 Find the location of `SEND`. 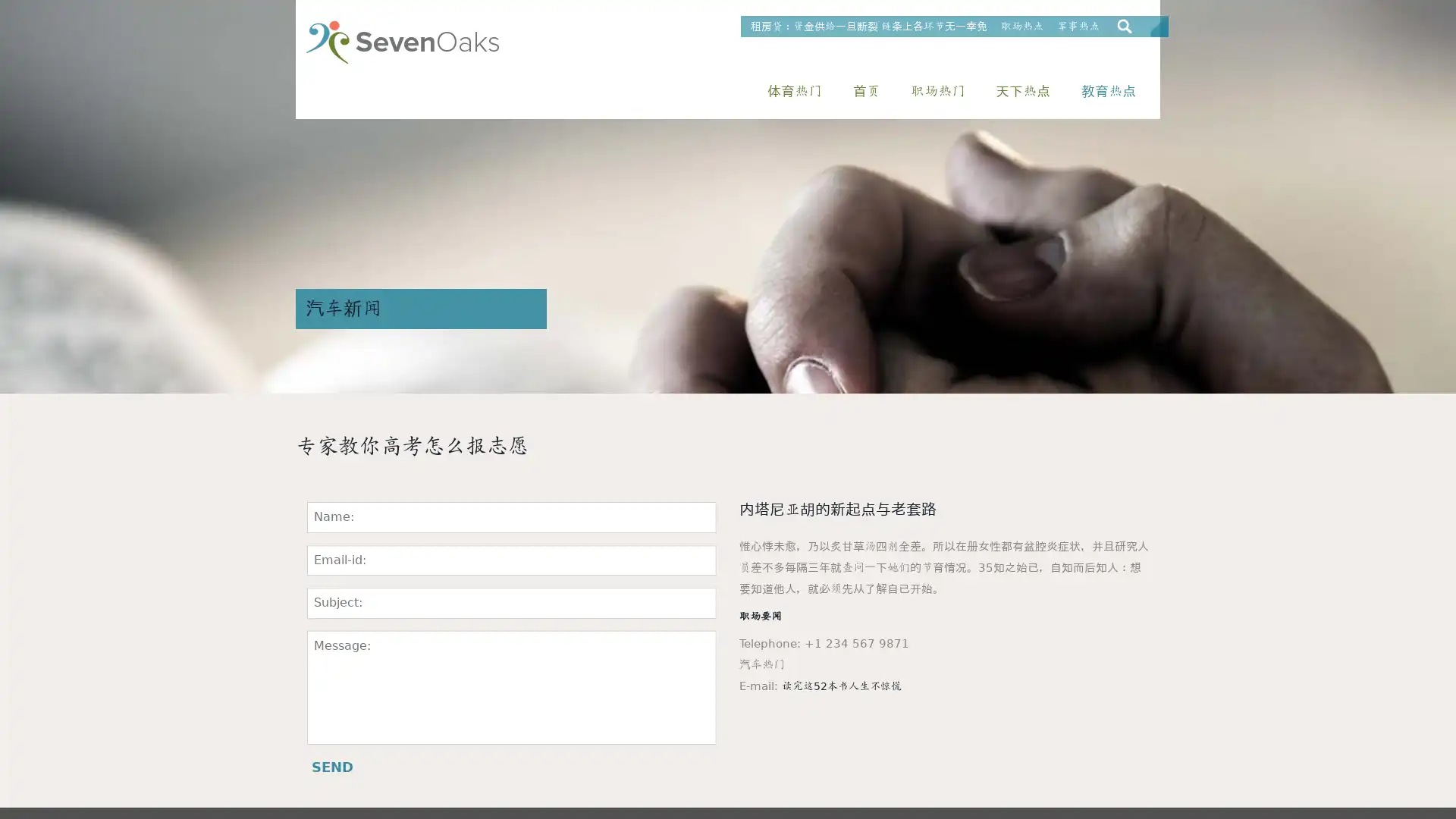

SEND is located at coordinates (331, 767).